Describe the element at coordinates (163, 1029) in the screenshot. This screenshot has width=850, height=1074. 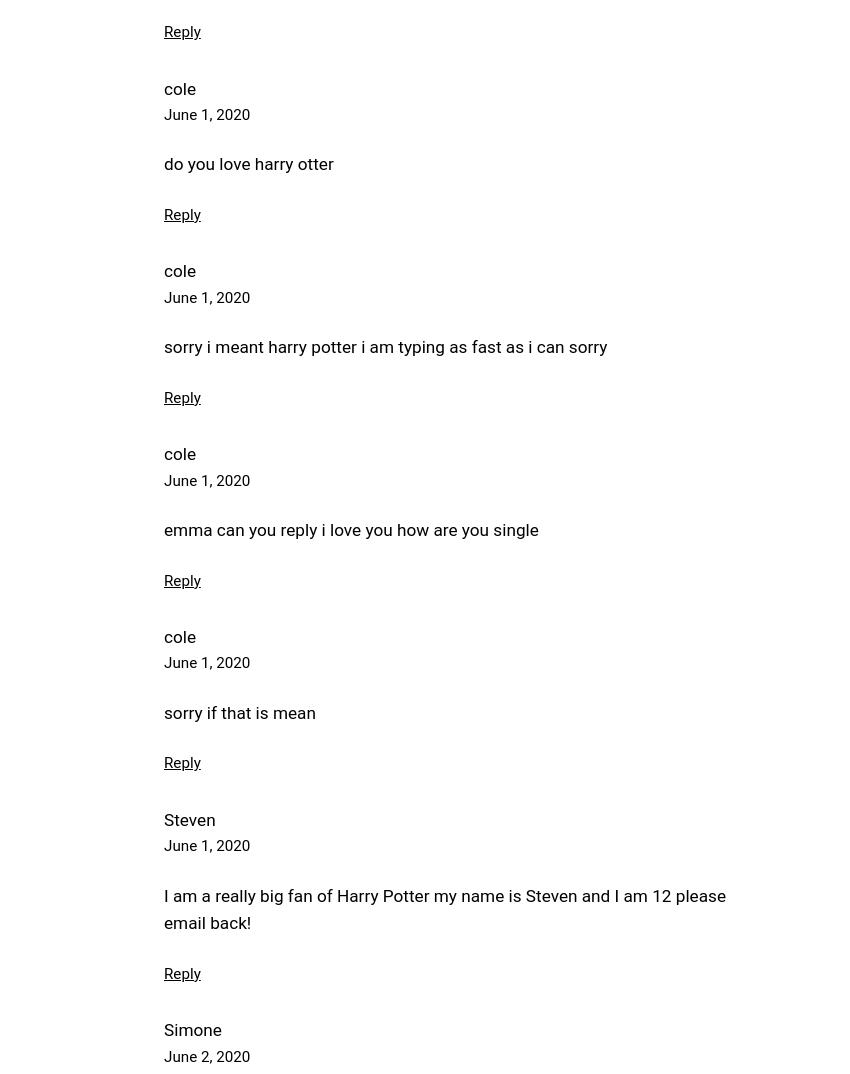
I see `'Simone'` at that location.